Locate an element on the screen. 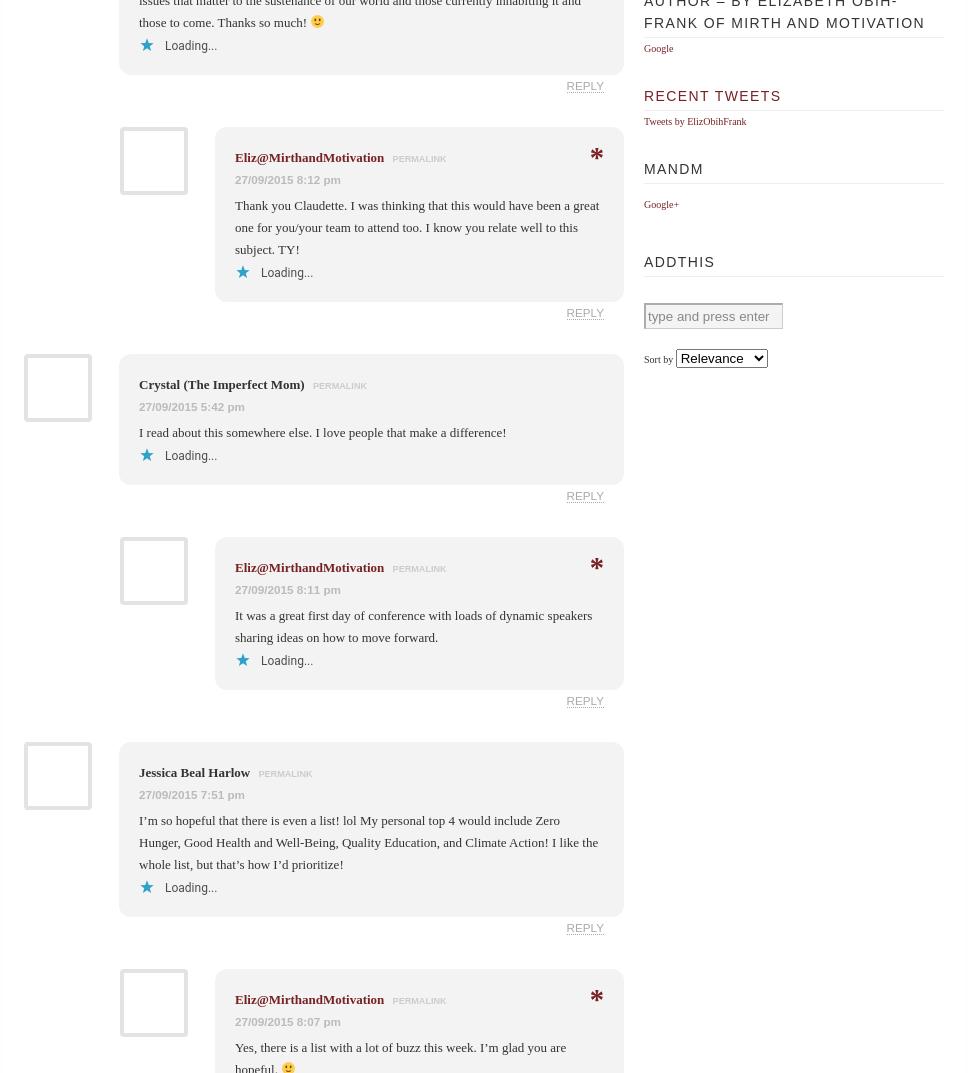  'I read about this somewhere else. I love people that make a difference!' is located at coordinates (321, 431).